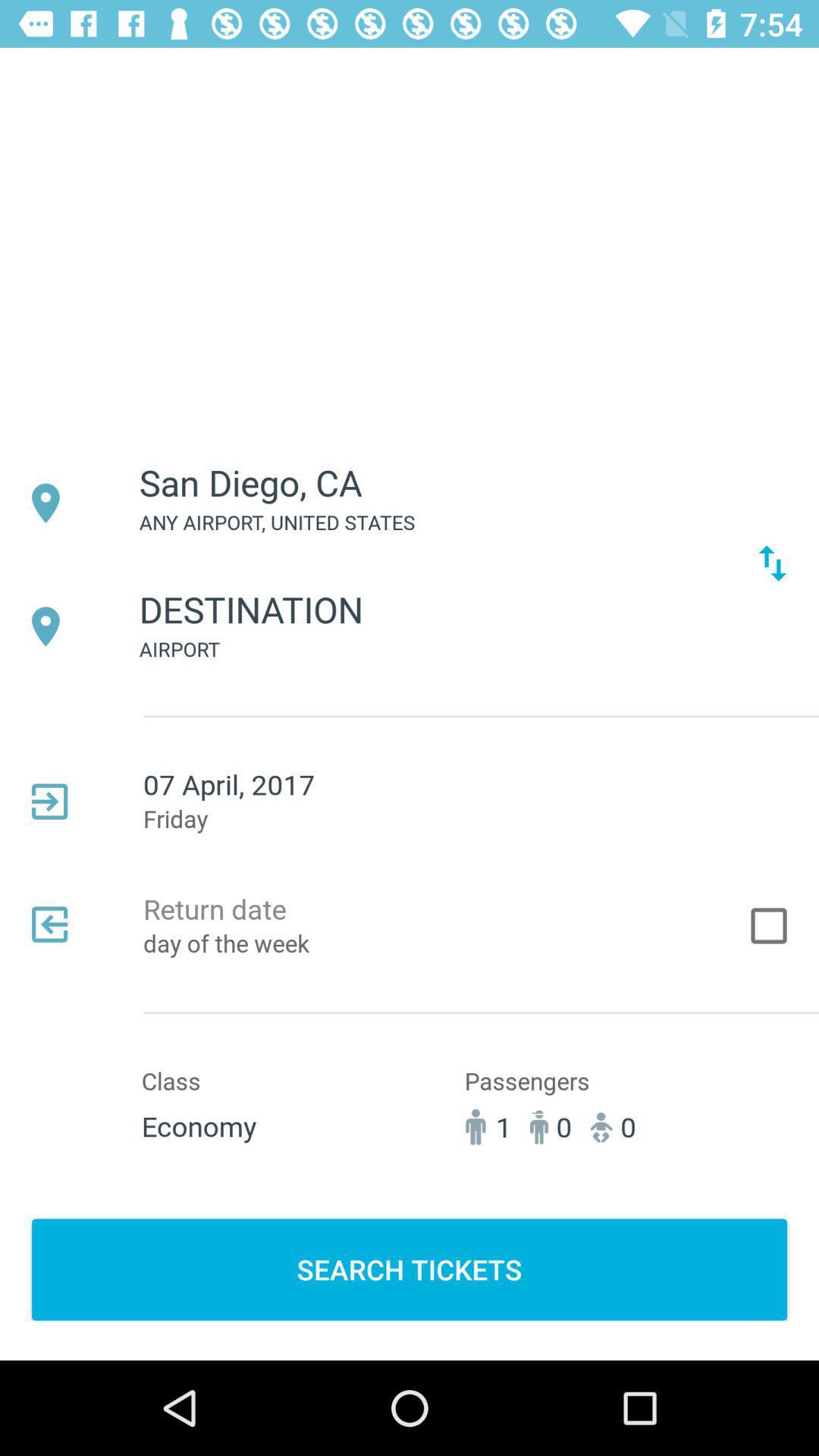  Describe the element at coordinates (409, 1269) in the screenshot. I see `the search tickets item` at that location.